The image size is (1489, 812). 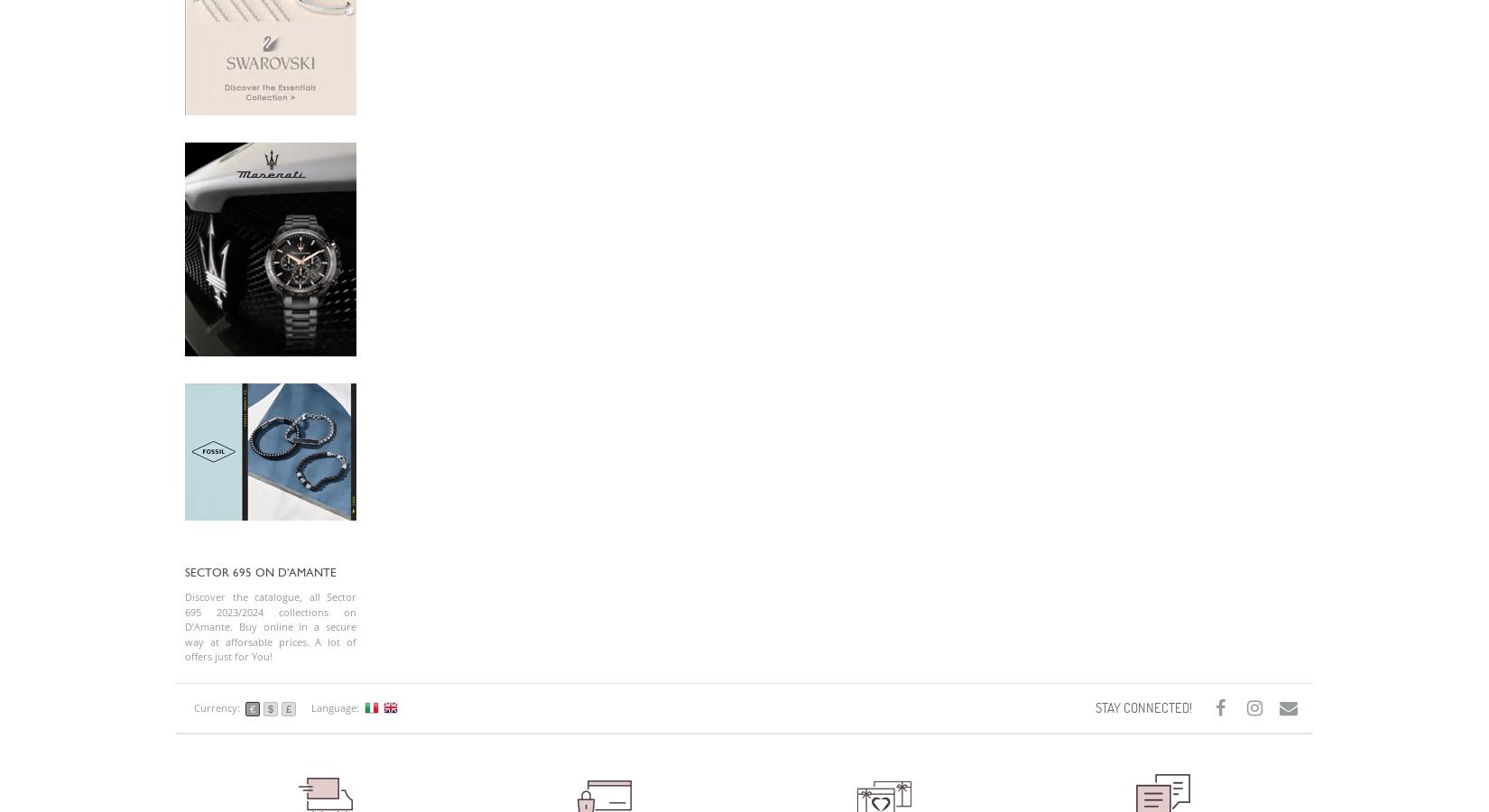 What do you see at coordinates (270, 132) in the screenshot?
I see `'Part. IVA 01757100282- PD - 380466 -'` at bounding box center [270, 132].